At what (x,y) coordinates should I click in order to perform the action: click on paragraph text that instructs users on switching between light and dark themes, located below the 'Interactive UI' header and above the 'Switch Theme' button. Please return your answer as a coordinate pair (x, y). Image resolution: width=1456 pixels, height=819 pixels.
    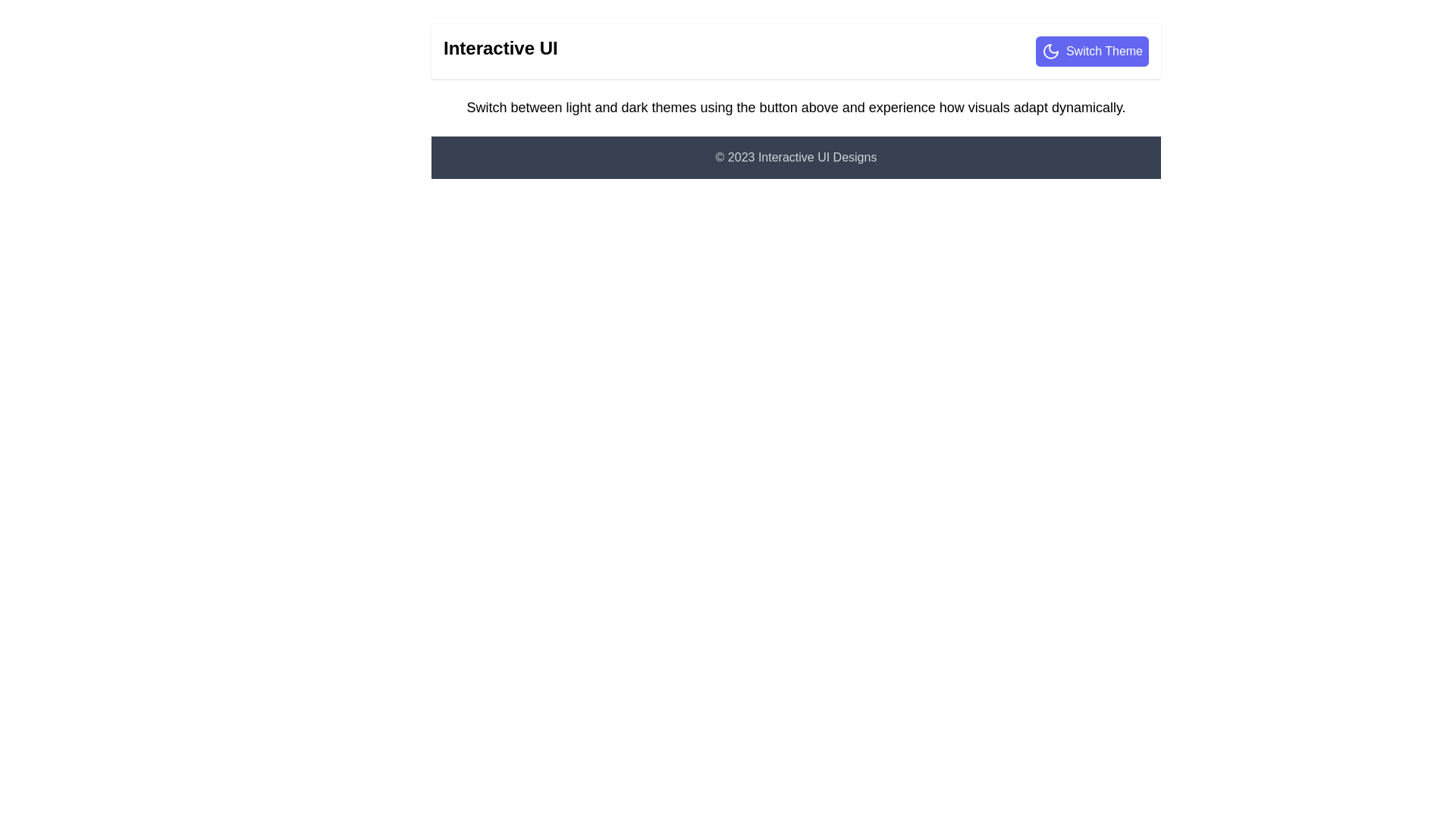
    Looking at the image, I should click on (795, 107).